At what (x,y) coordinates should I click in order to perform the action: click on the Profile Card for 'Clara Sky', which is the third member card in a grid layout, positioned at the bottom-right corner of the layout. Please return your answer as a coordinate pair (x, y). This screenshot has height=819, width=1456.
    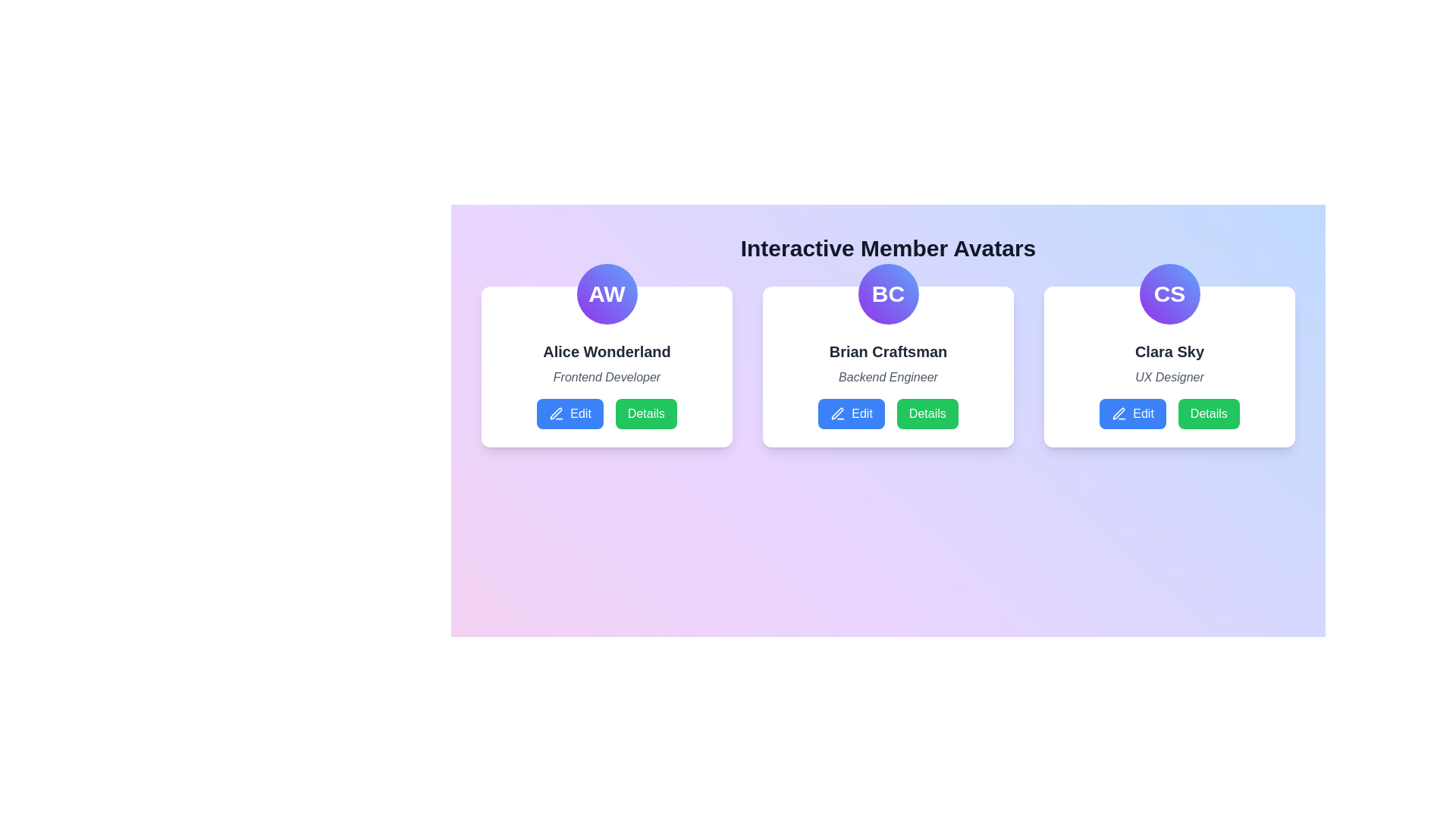
    Looking at the image, I should click on (1169, 366).